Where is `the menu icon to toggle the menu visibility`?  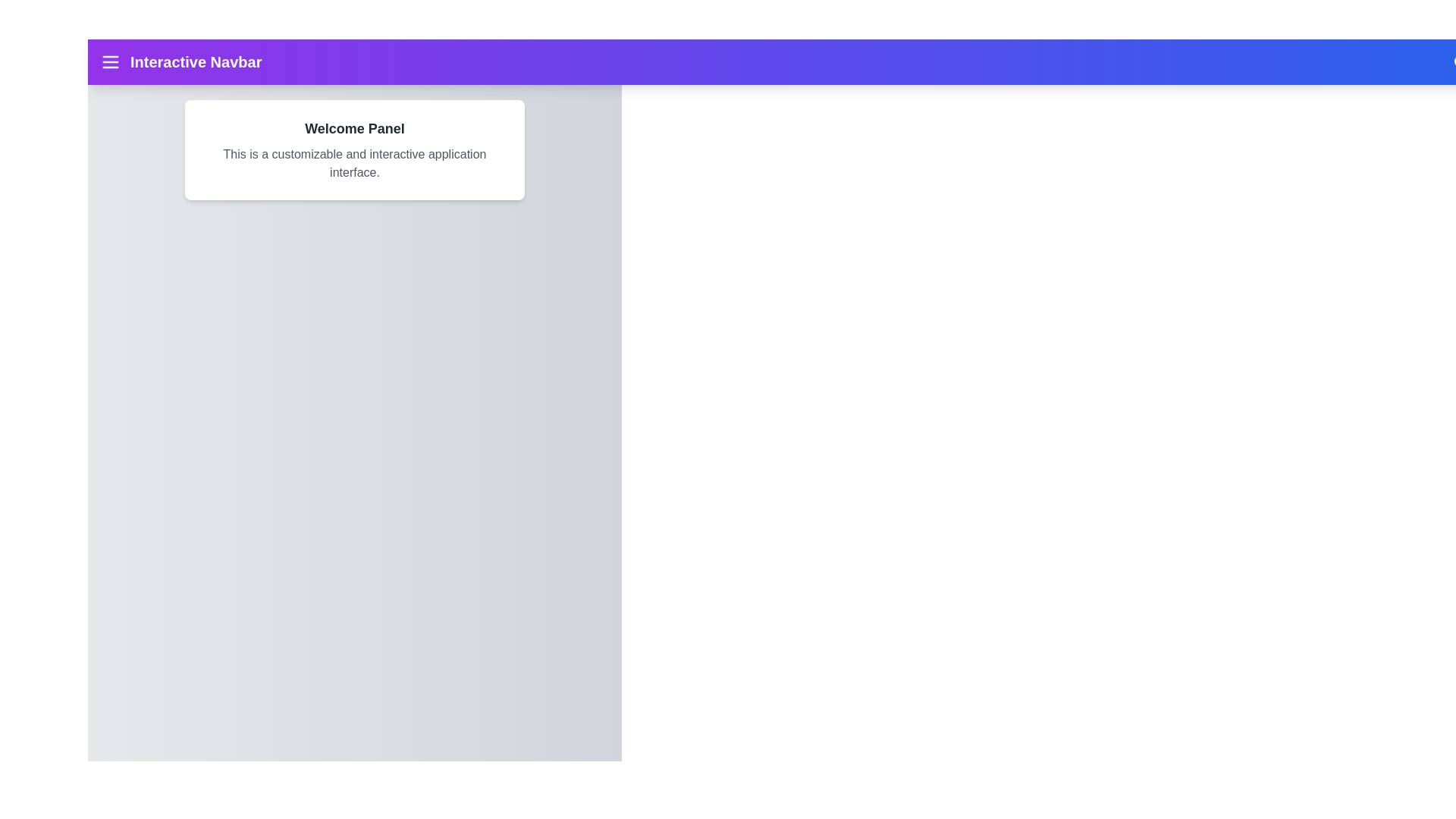 the menu icon to toggle the menu visibility is located at coordinates (109, 61).